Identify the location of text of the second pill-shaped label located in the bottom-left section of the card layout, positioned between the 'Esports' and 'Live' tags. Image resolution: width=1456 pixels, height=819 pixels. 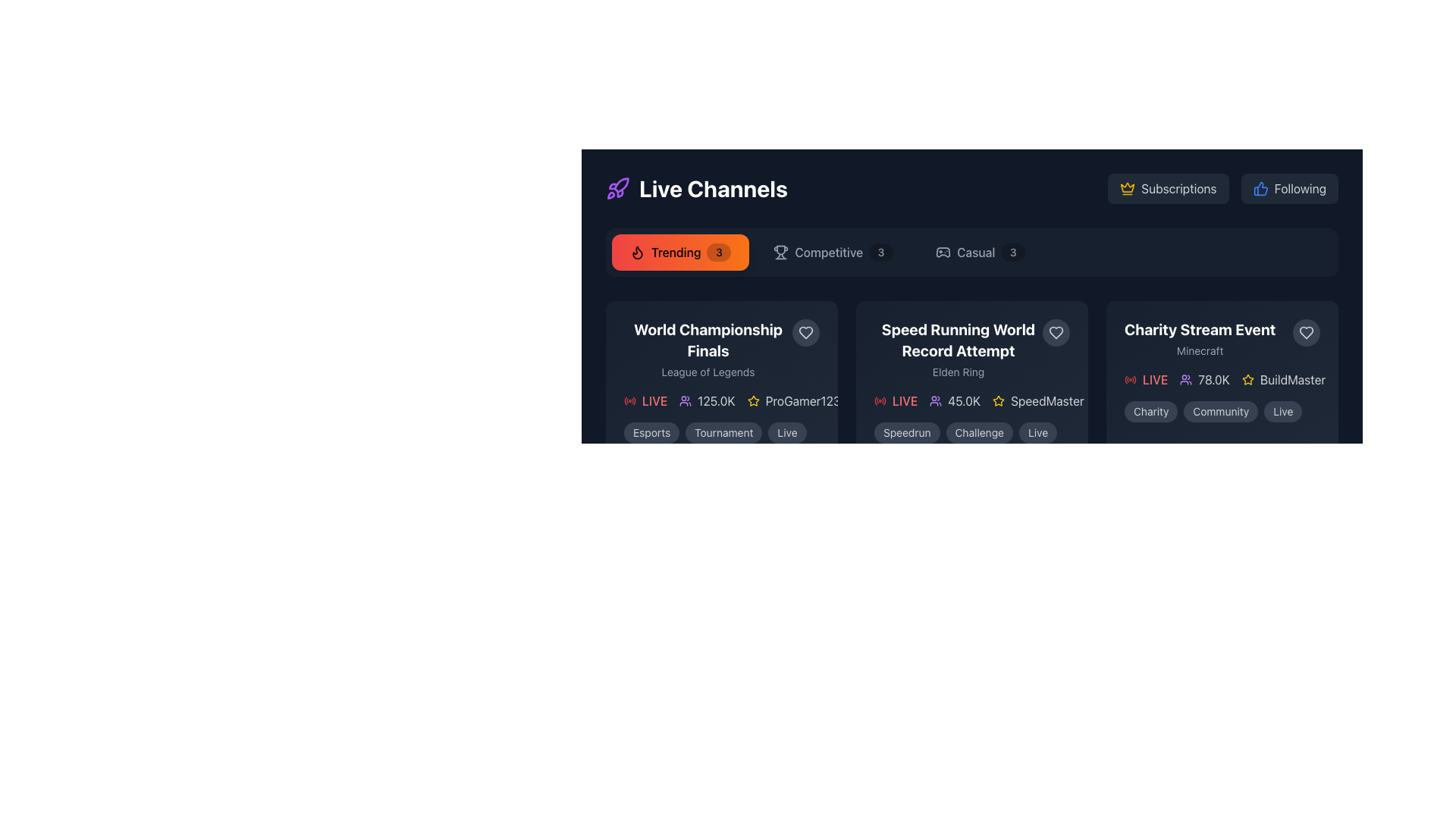
(723, 432).